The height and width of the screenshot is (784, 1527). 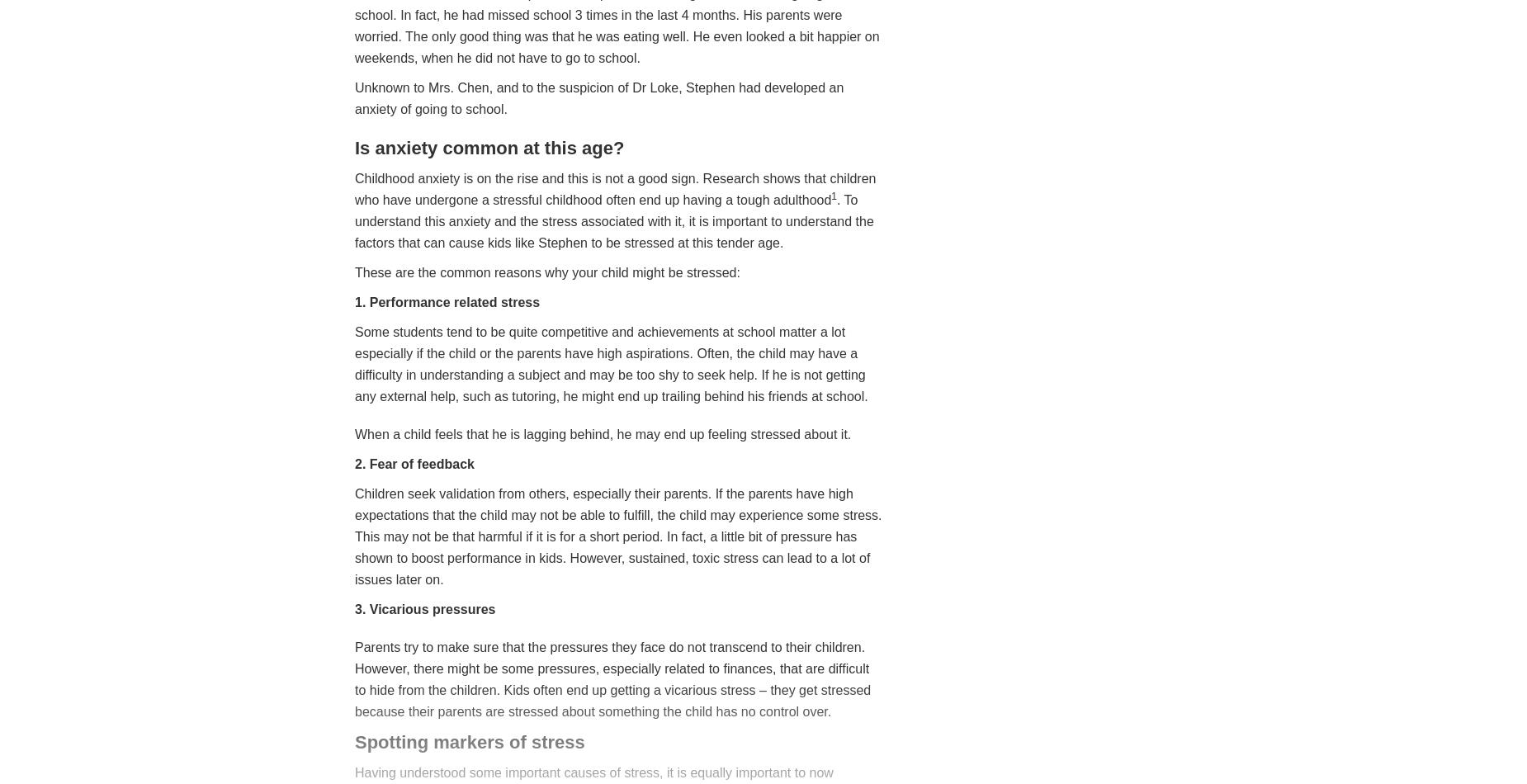 I want to click on 'Childhood anxiety is on the rise and this is not a good sign. Research shows that children who have undergone a stressful childhood often end up having a tough adulthood', so click(x=615, y=188).